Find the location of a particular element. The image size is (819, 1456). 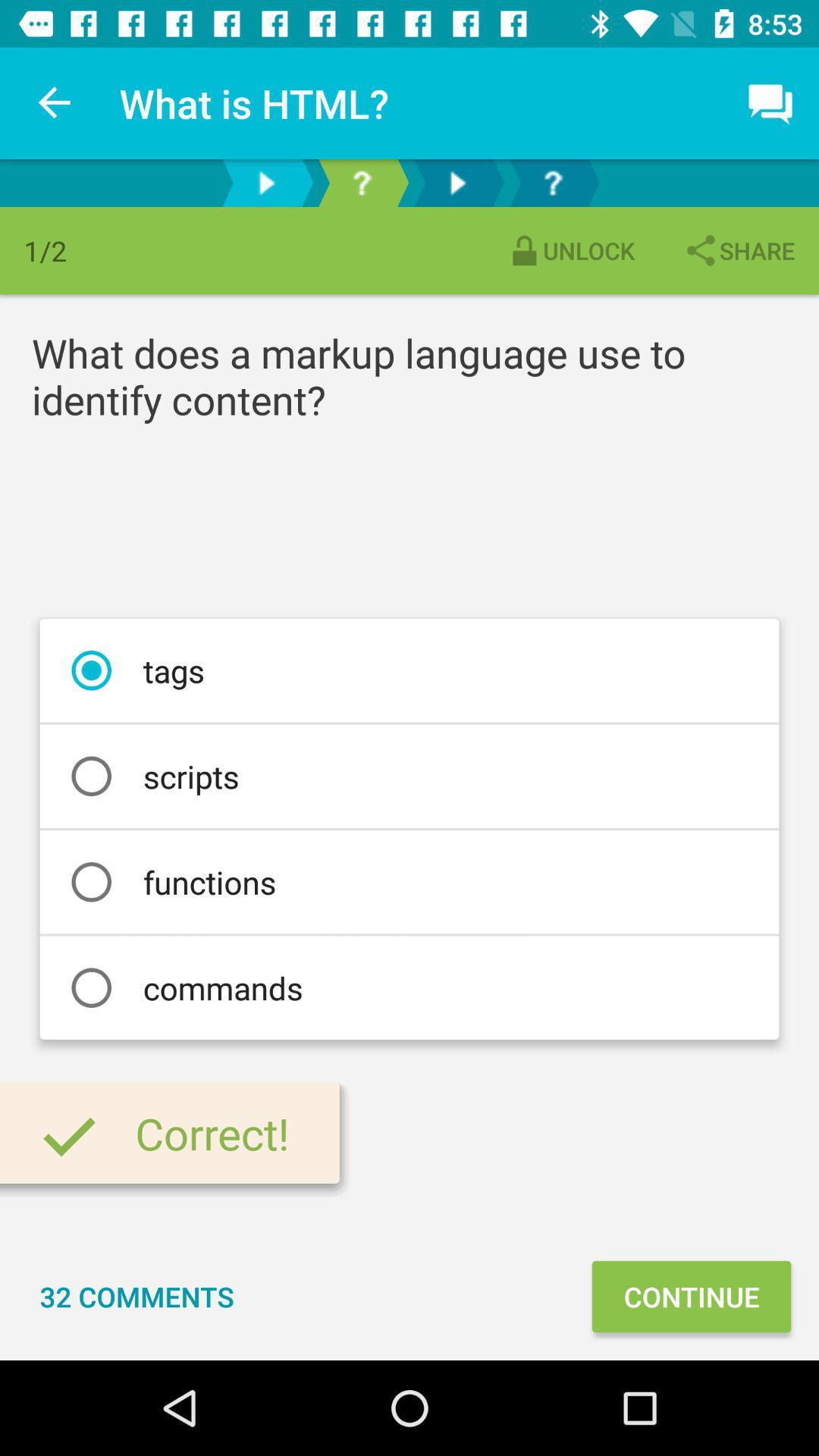

the item next to the unlock is located at coordinates (738, 250).